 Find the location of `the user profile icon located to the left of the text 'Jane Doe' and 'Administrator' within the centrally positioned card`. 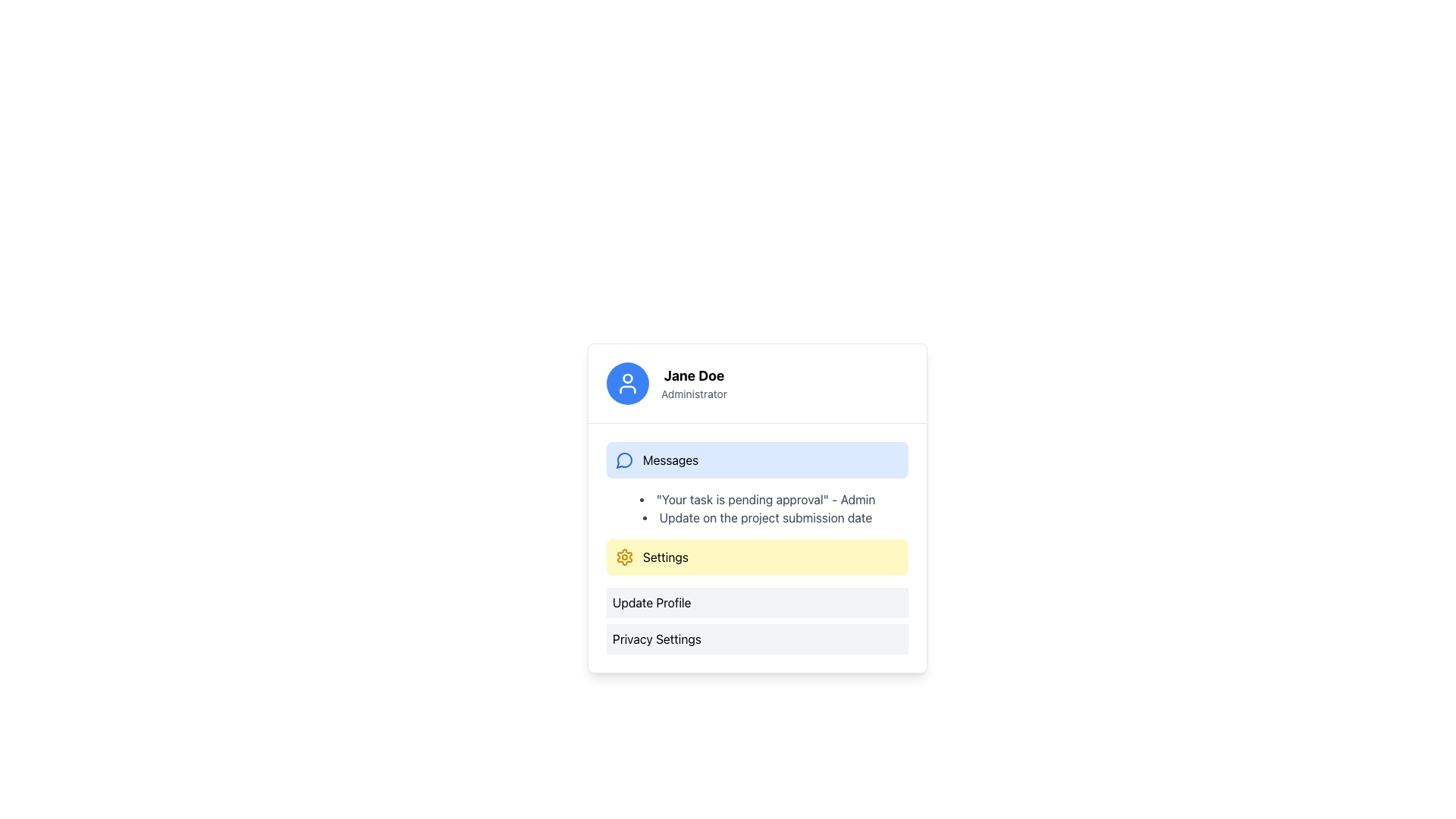

the user profile icon located to the left of the text 'Jane Doe' and 'Administrator' within the centrally positioned card is located at coordinates (628, 382).